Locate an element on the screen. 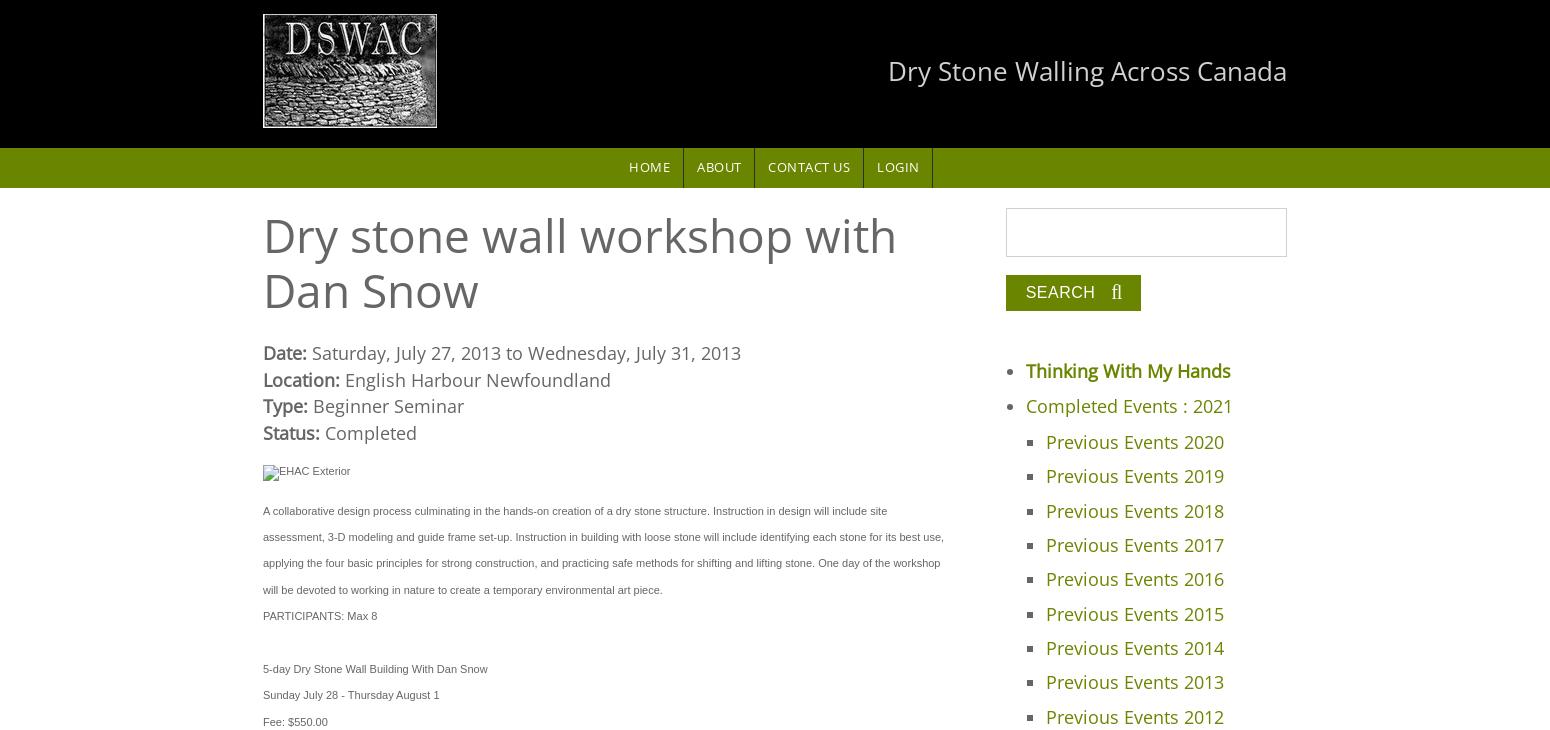 This screenshot has width=1550, height=730. 'Type:' is located at coordinates (287, 405).